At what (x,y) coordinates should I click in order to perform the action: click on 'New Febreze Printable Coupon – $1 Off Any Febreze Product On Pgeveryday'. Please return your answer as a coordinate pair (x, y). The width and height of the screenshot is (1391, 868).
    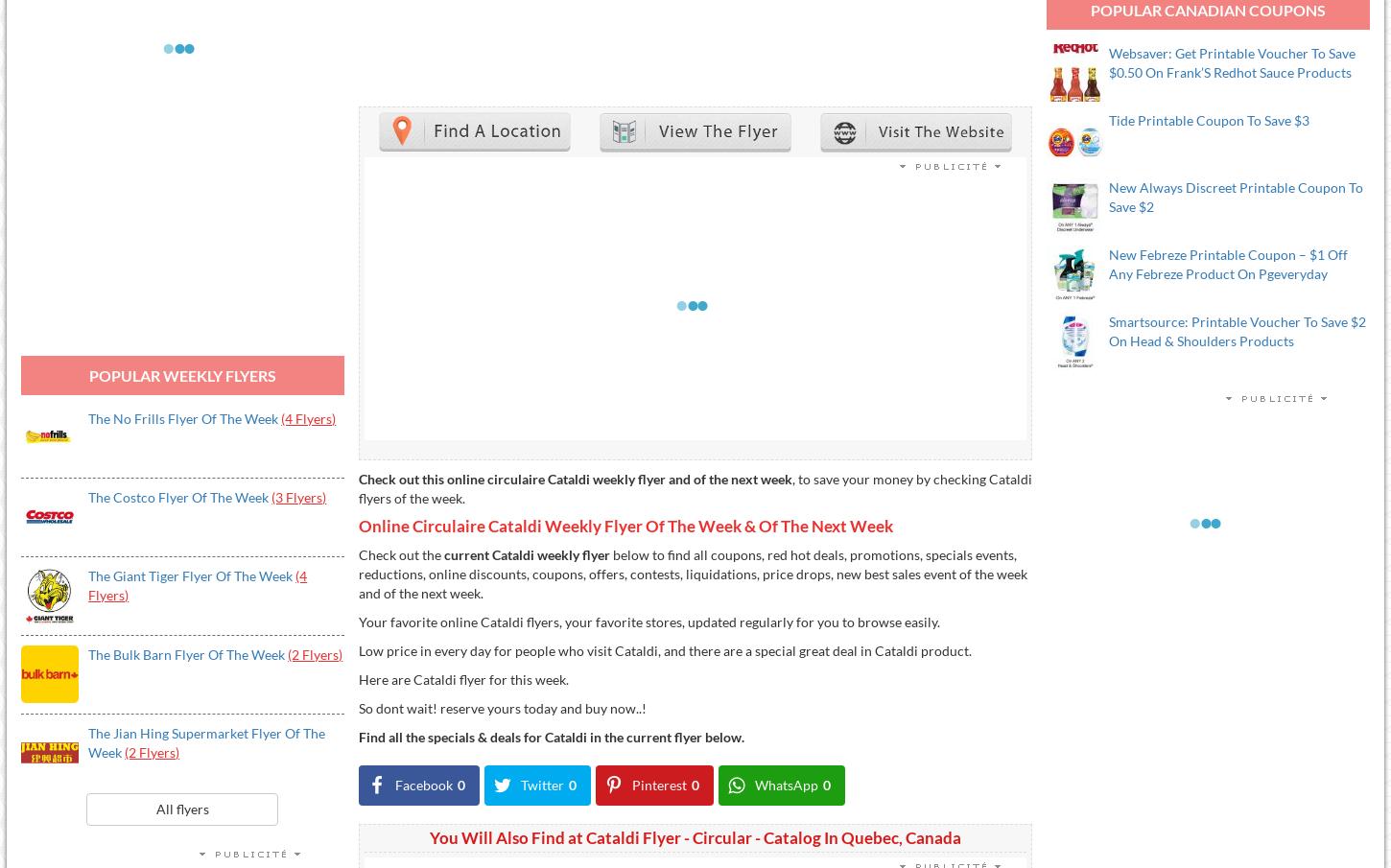
    Looking at the image, I should click on (1228, 264).